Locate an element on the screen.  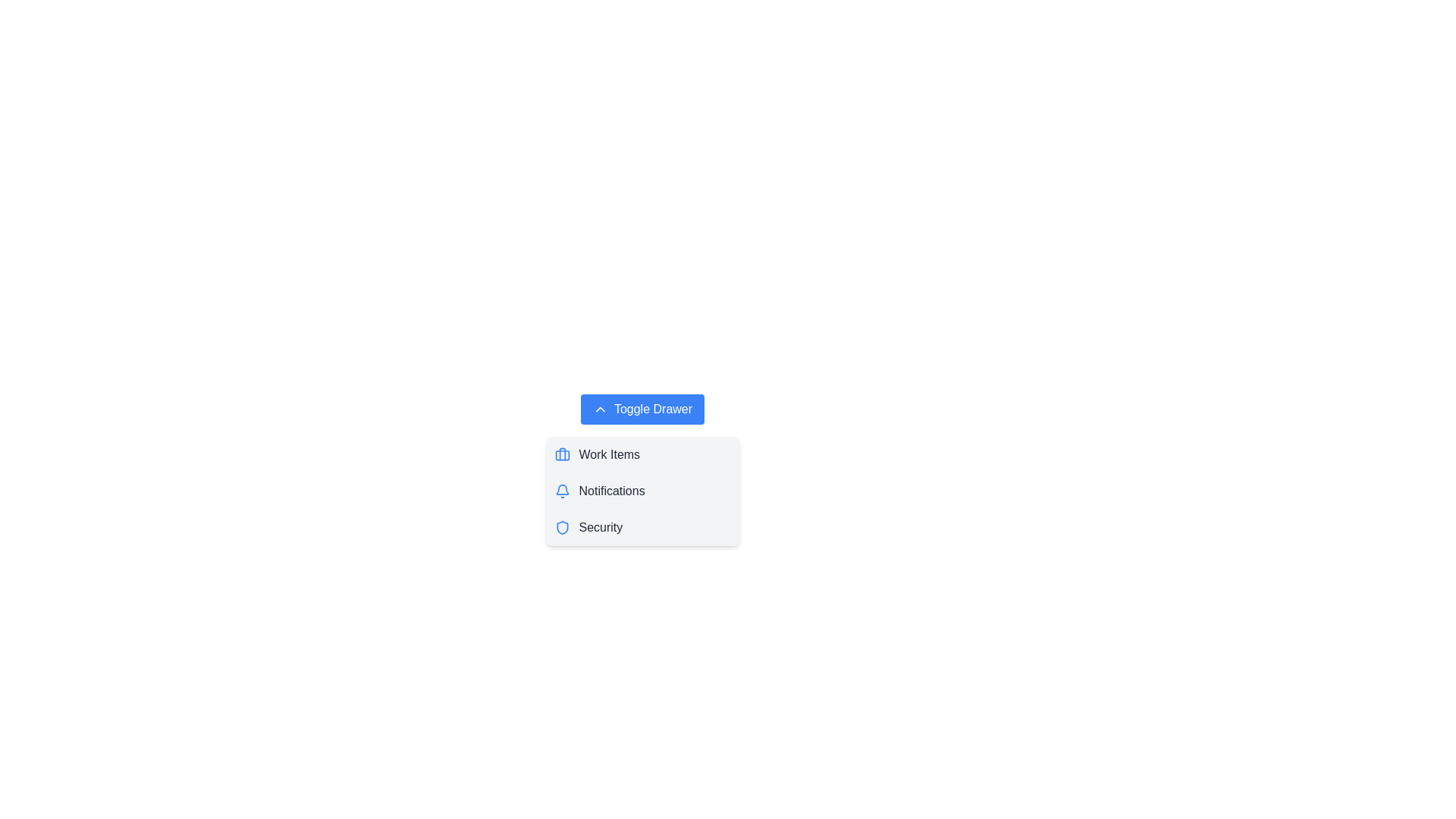
the menu item Security is located at coordinates (642, 526).